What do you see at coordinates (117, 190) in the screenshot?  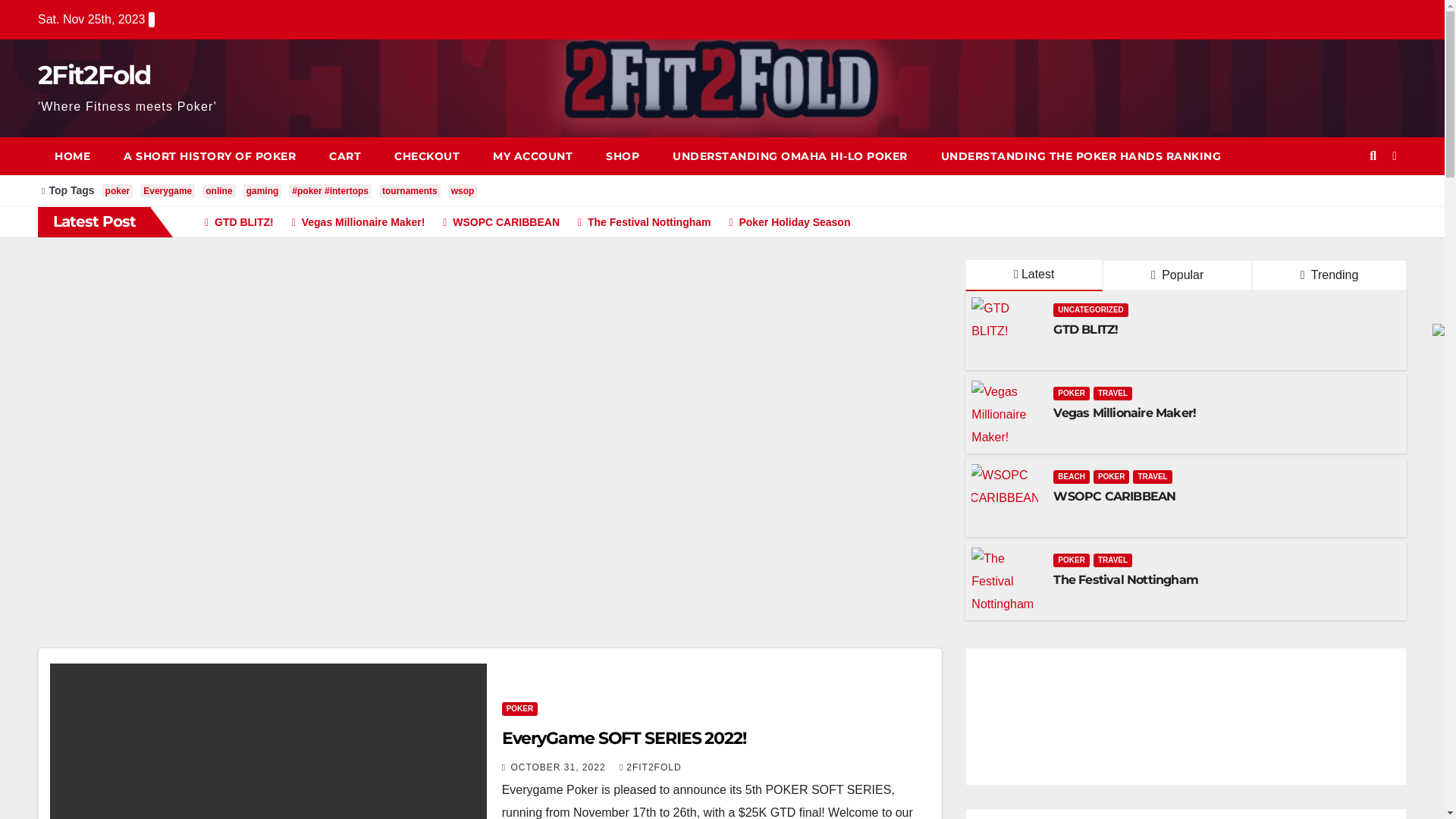 I see `'poker'` at bounding box center [117, 190].